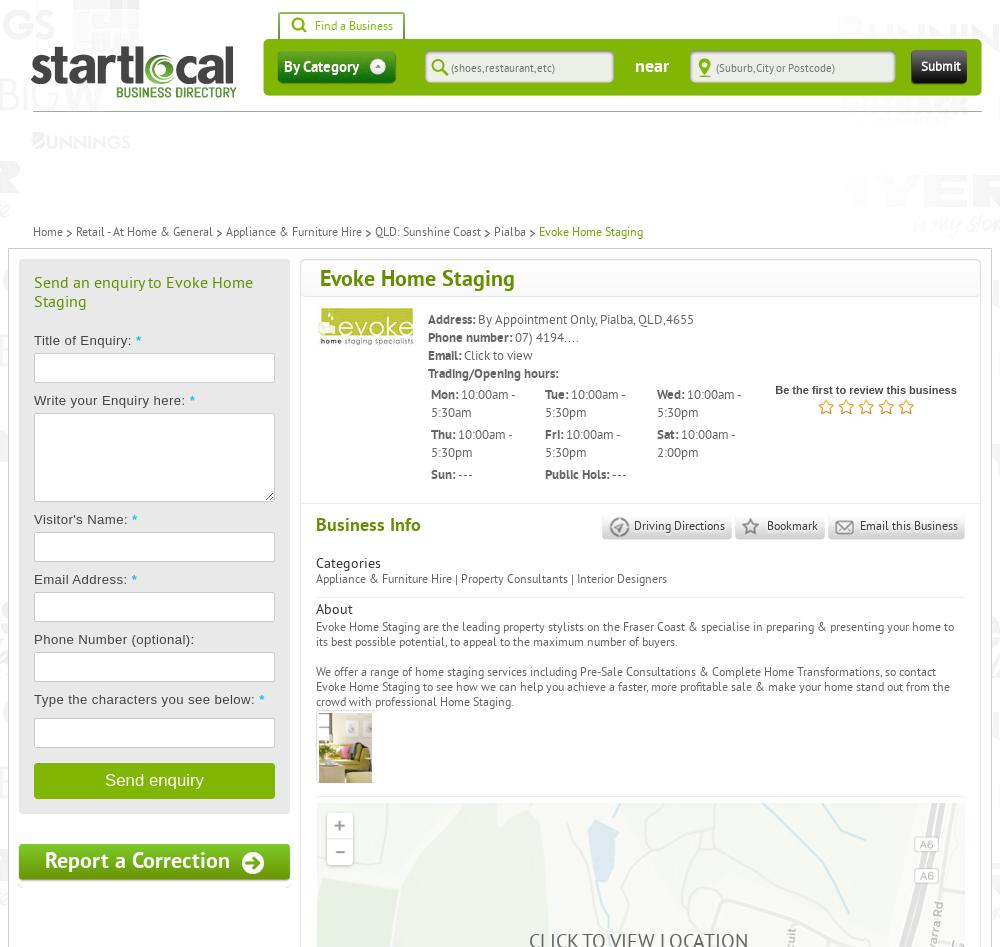 The image size is (1000, 947). Describe the element at coordinates (144, 232) in the screenshot. I see `'Retail - At Home & General'` at that location.